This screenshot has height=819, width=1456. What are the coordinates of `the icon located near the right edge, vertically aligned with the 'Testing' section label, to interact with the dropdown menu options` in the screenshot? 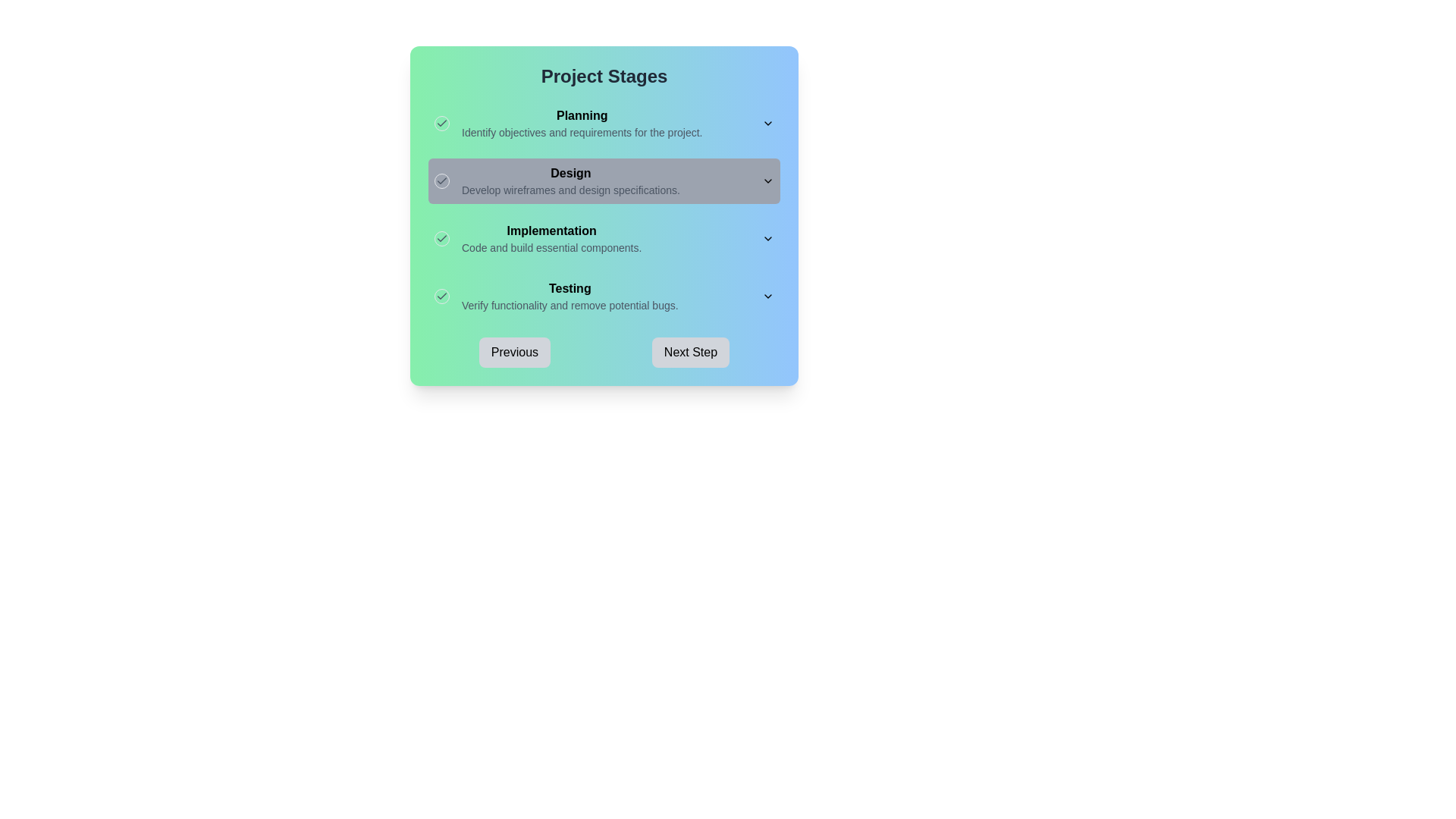 It's located at (767, 296).